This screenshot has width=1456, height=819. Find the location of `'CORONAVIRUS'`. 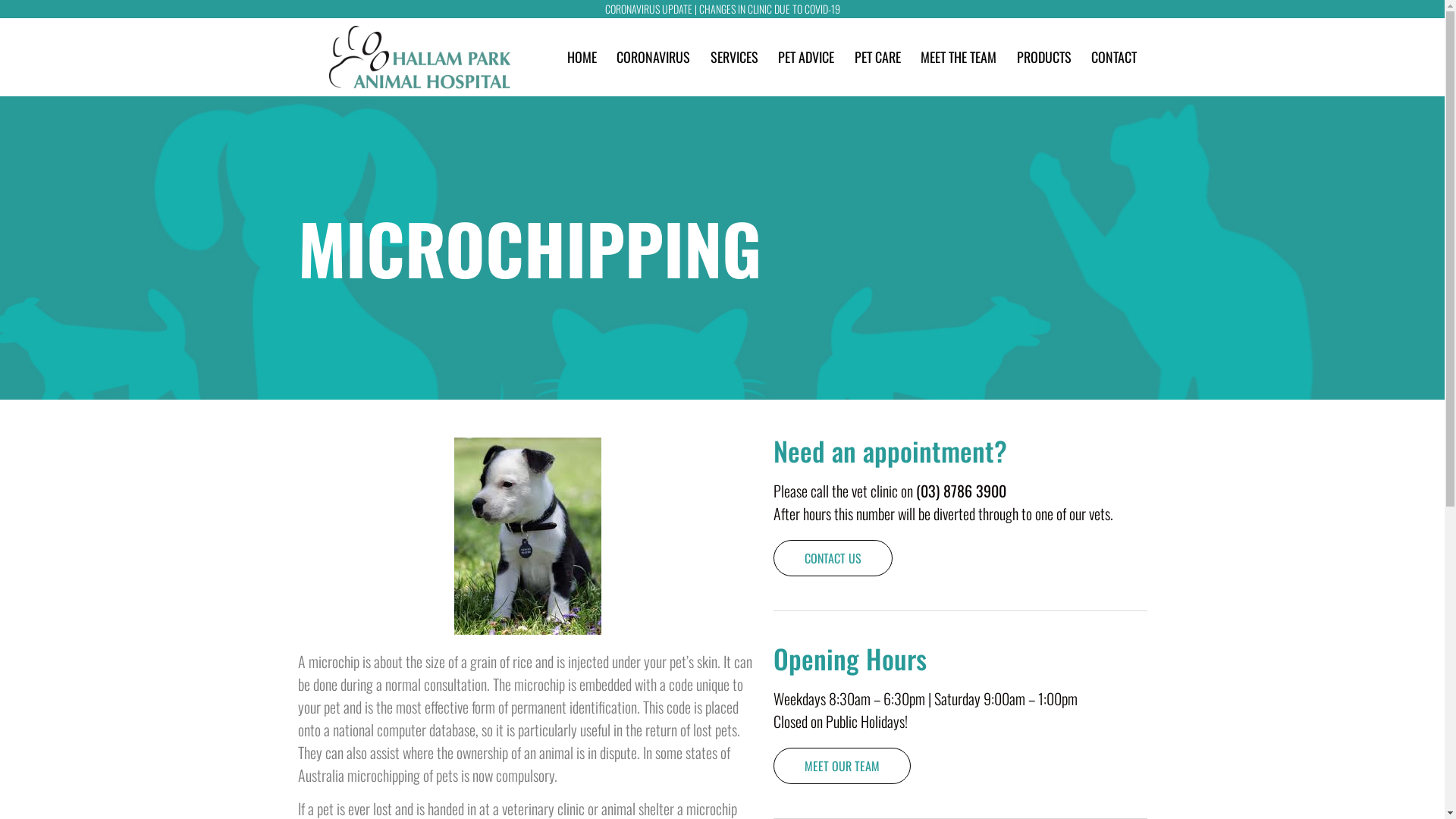

'CORONAVIRUS' is located at coordinates (653, 55).